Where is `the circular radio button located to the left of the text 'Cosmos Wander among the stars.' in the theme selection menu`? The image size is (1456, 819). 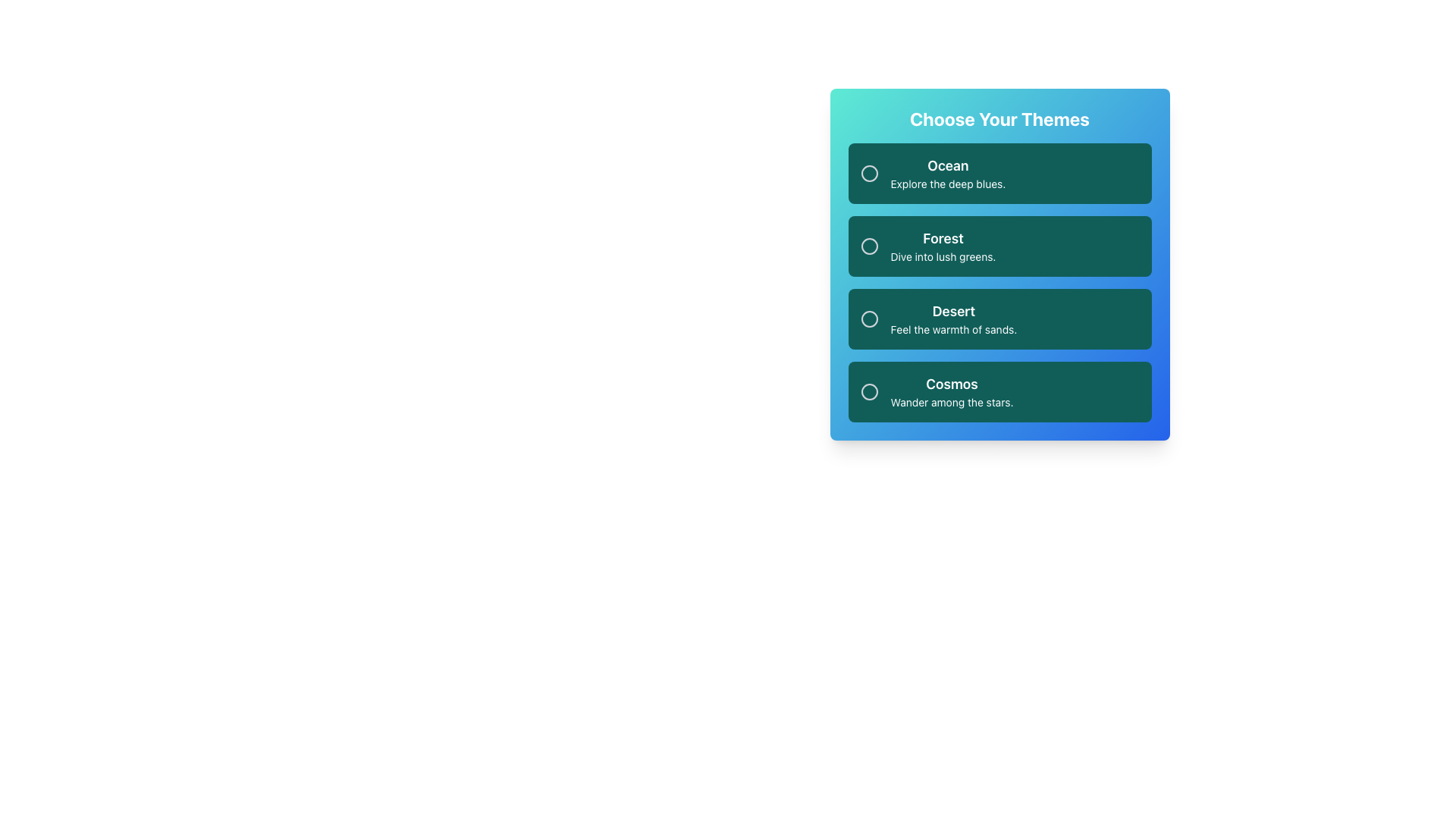 the circular radio button located to the left of the text 'Cosmos Wander among the stars.' in the theme selection menu is located at coordinates (869, 391).